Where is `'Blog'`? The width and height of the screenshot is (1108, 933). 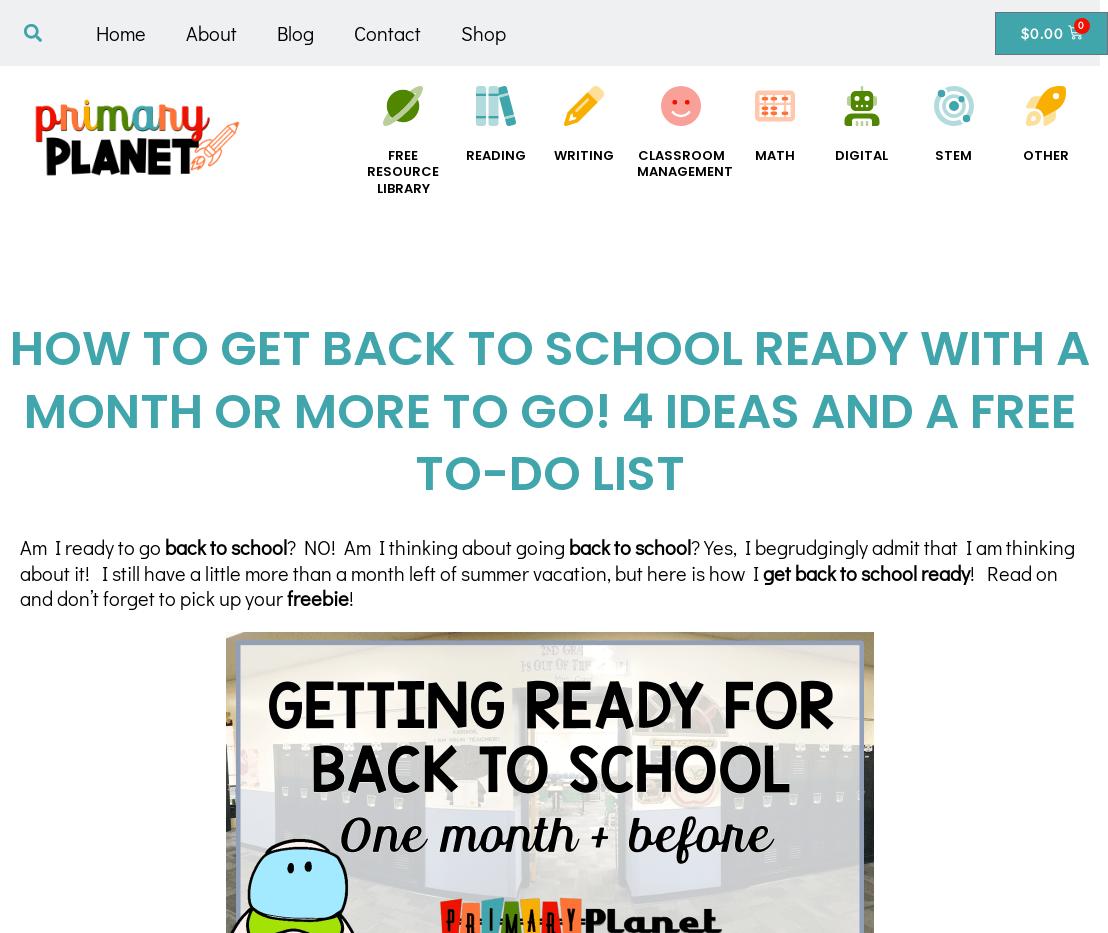
'Blog' is located at coordinates (295, 32).